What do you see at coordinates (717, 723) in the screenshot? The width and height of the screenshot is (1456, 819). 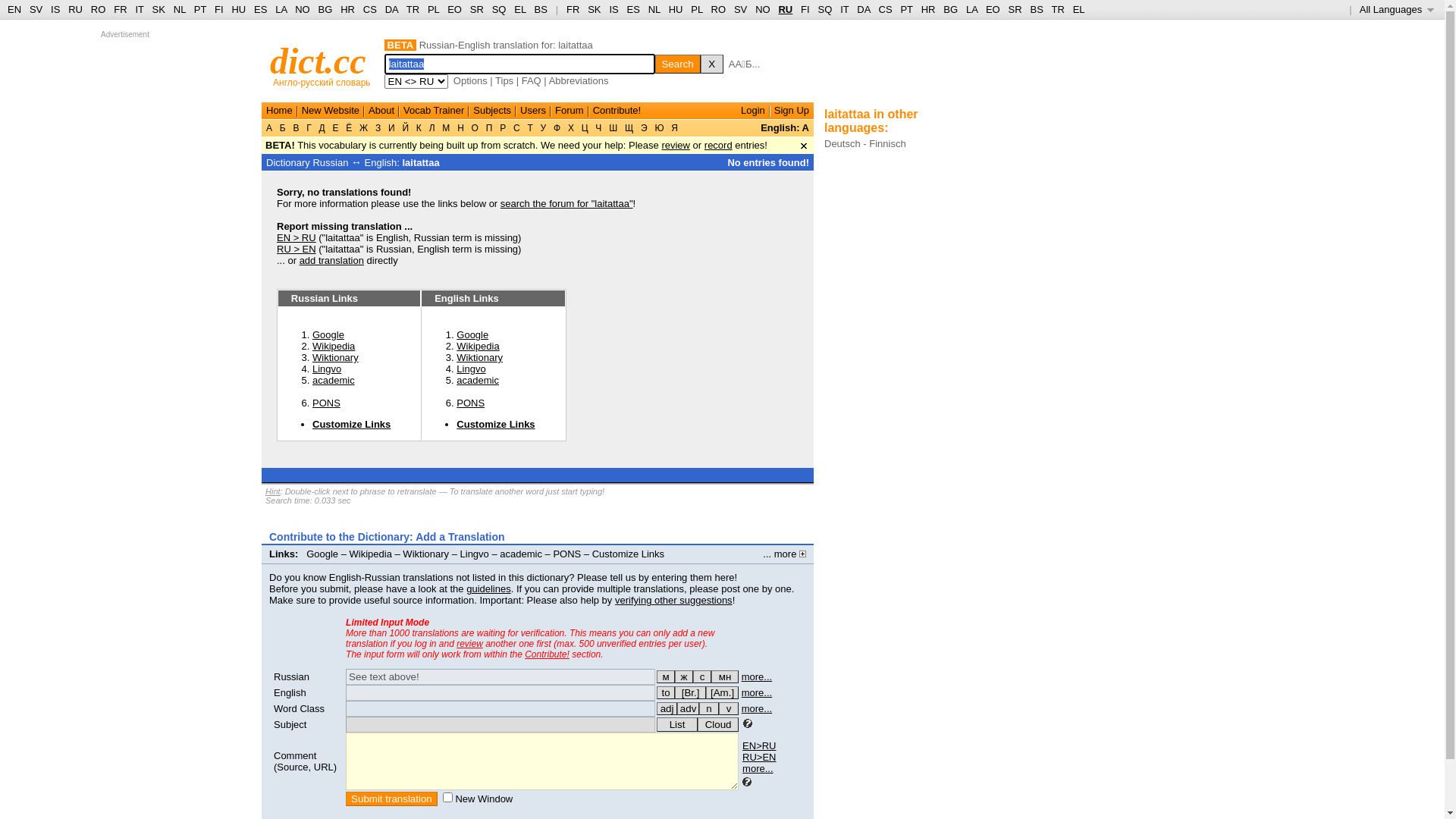 I see `'Cloud'` at bounding box center [717, 723].